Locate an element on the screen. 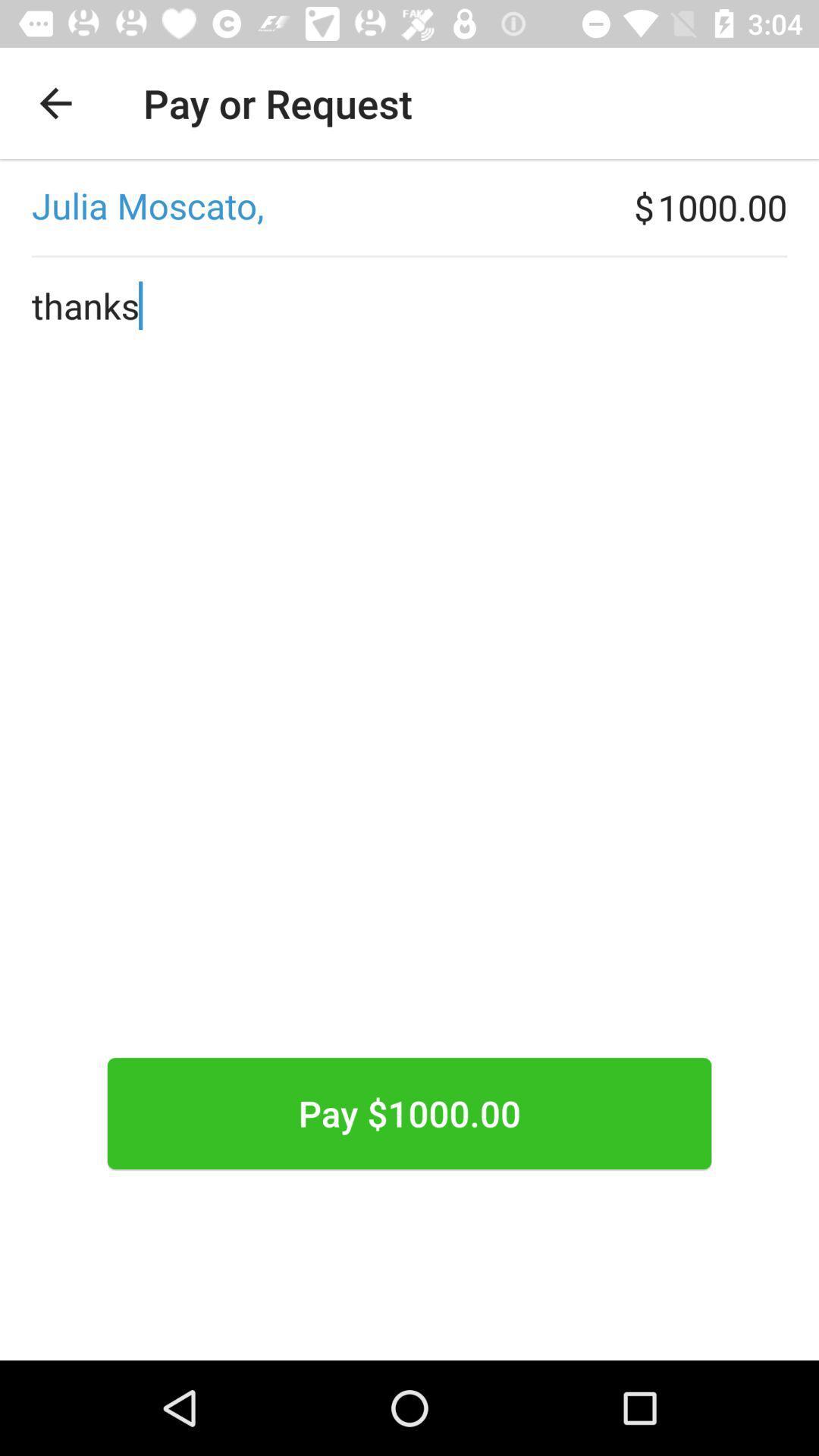 This screenshot has height=1456, width=819. icon next to $ is located at coordinates (316, 206).